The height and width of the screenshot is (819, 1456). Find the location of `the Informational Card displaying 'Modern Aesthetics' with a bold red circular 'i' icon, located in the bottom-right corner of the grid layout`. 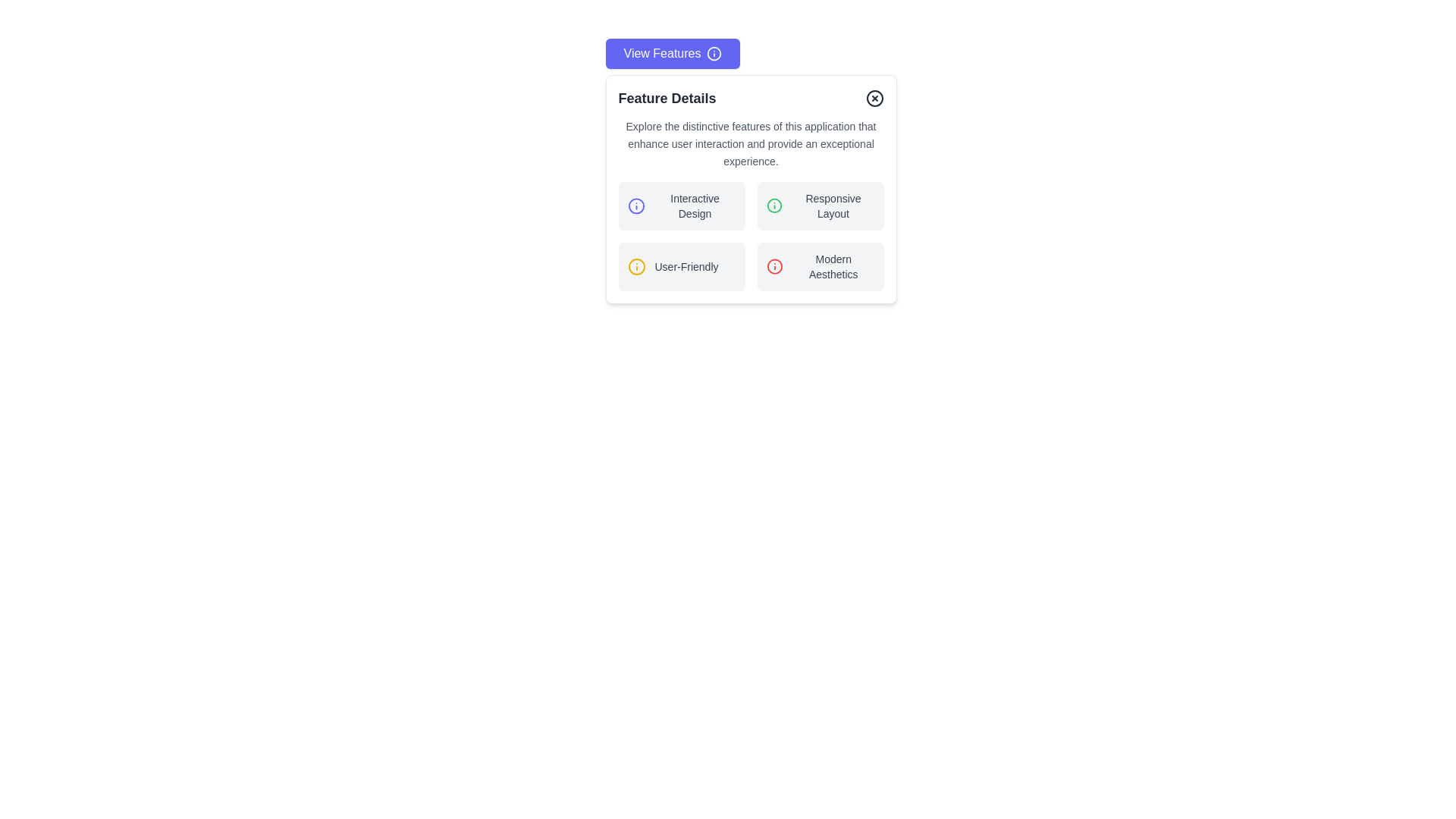

the Informational Card displaying 'Modern Aesthetics' with a bold red circular 'i' icon, located in the bottom-right corner of the grid layout is located at coordinates (819, 265).